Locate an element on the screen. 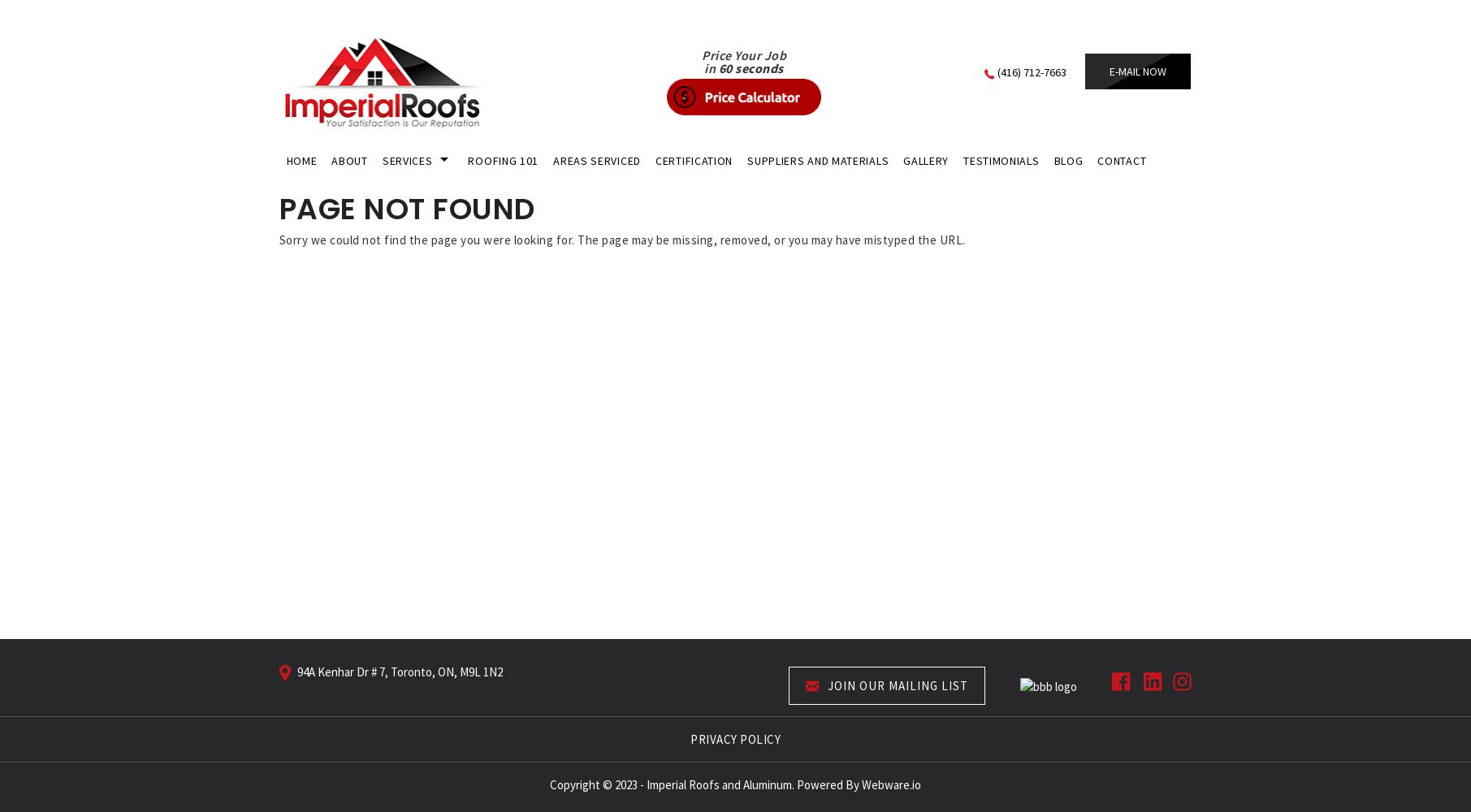 The height and width of the screenshot is (812, 1471). '60 seconds' is located at coordinates (749, 67).